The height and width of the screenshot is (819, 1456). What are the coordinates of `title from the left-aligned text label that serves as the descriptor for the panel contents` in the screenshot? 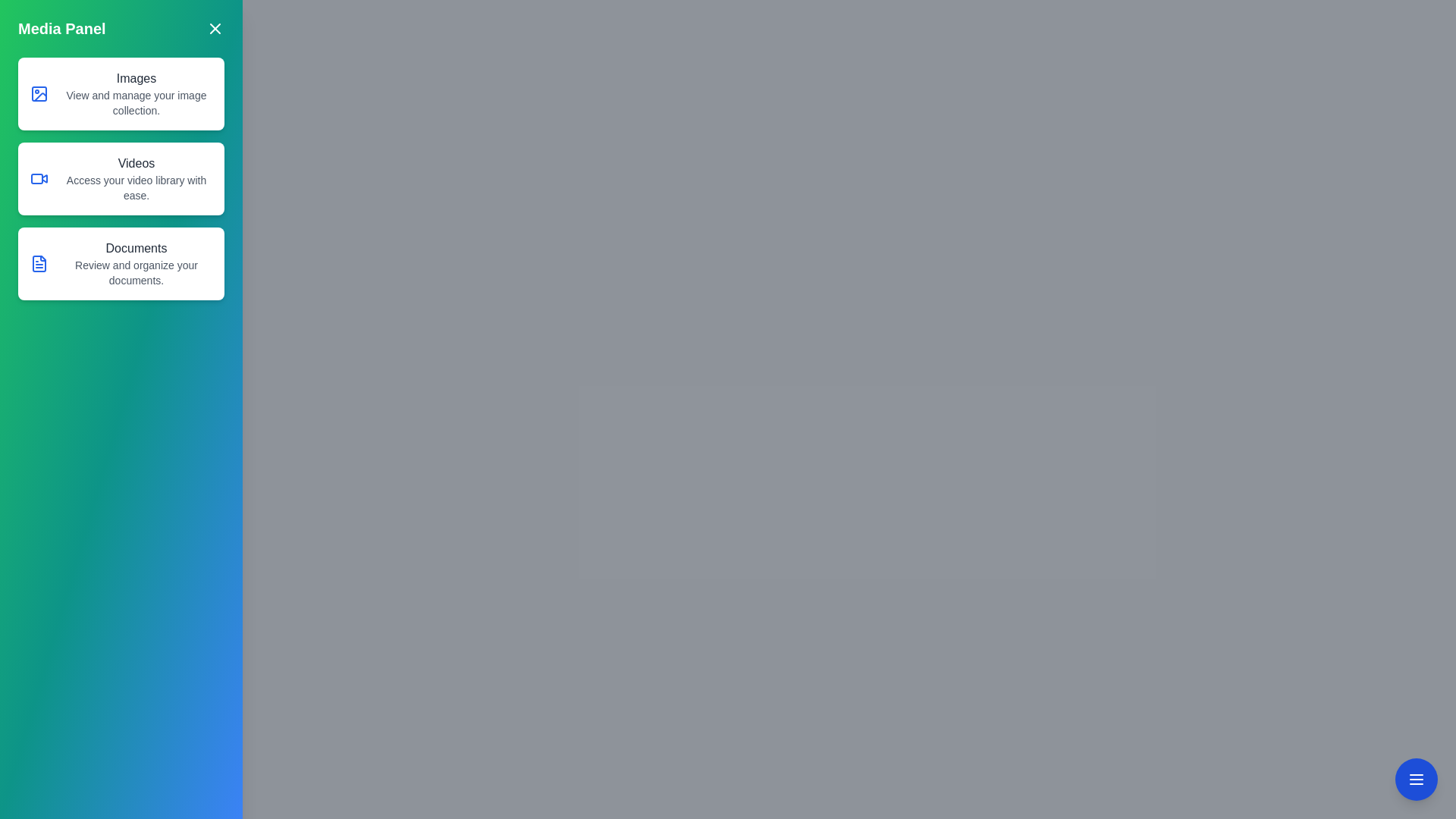 It's located at (61, 29).